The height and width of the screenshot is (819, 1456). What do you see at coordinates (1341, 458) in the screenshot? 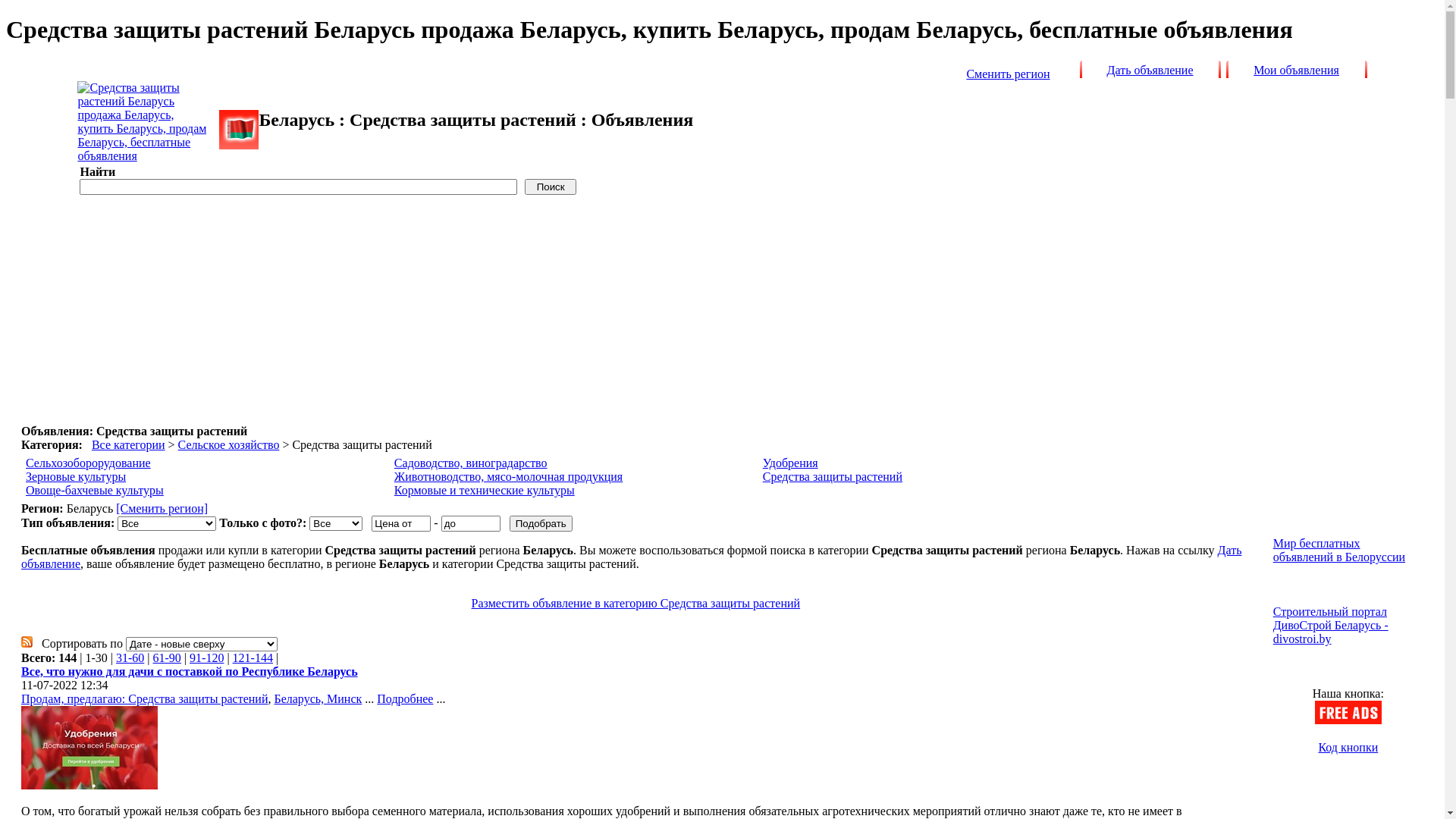
I see `'Advertisement'` at bounding box center [1341, 458].